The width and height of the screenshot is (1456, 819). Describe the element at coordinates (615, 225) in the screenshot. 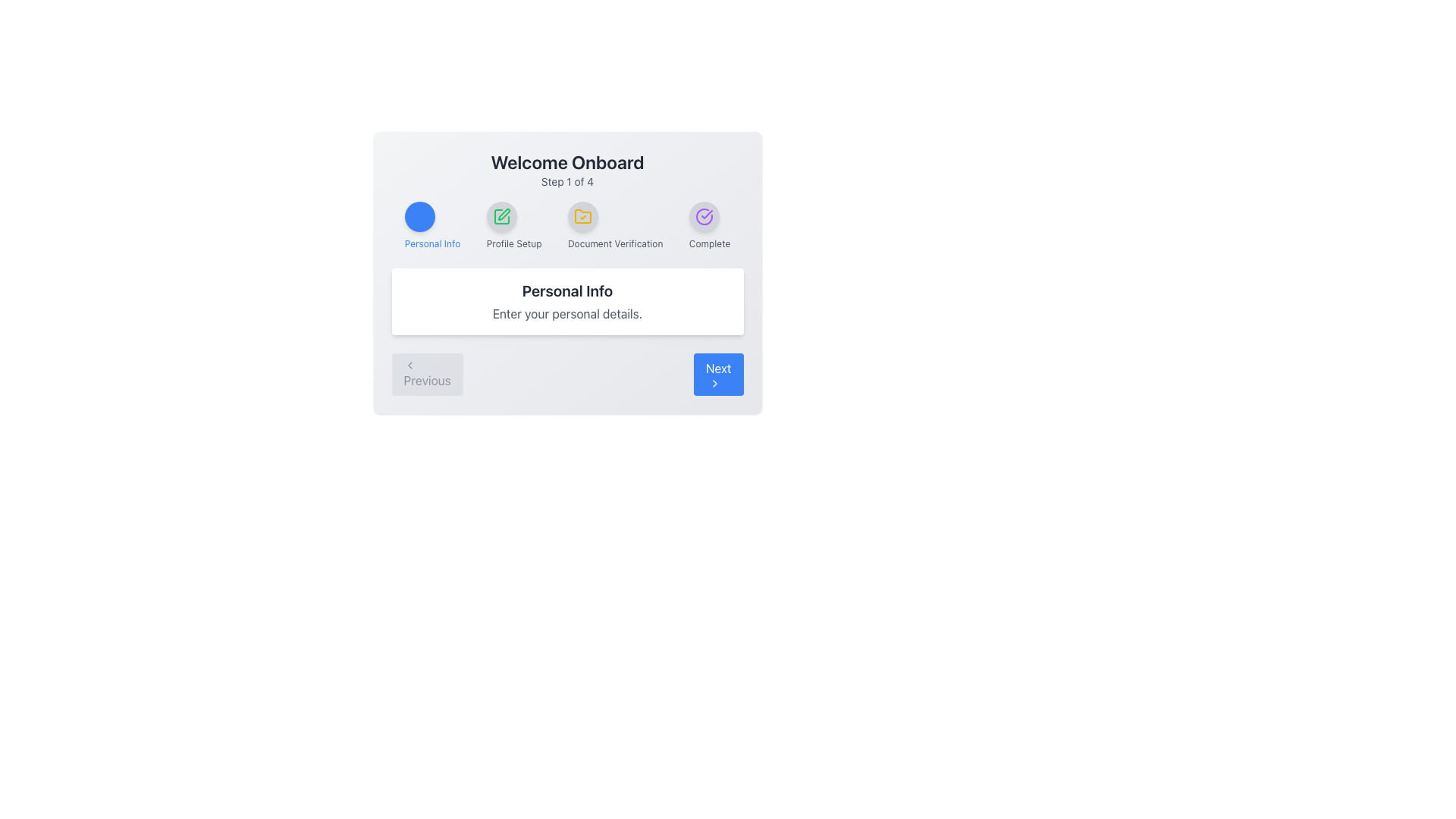

I see `the 'Document Verification' step indicator, which is the third item in a horizontal sequence of four steps in the multi-step process` at that location.